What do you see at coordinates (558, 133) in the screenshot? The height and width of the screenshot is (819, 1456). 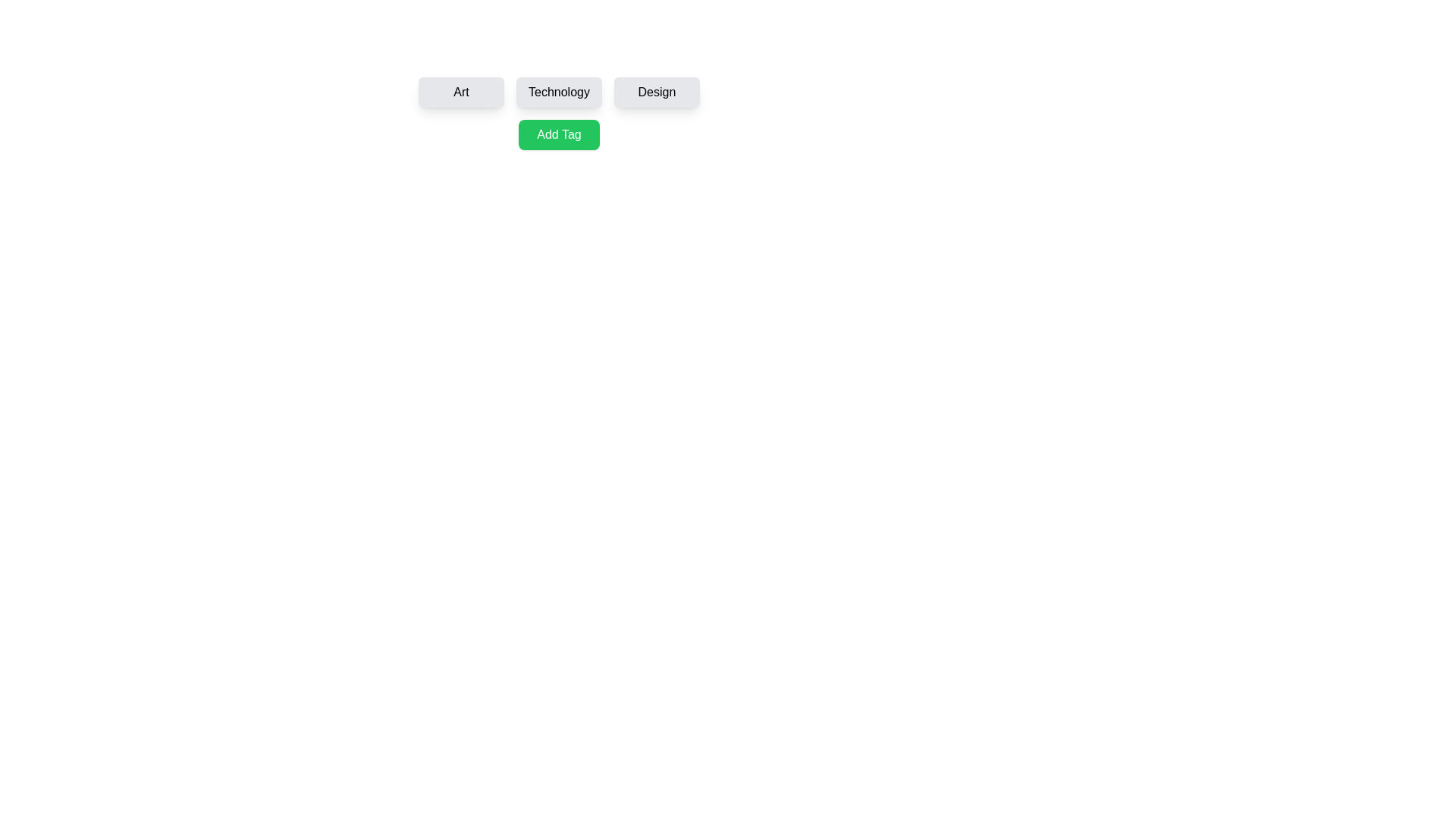 I see `the 'Add Tag' button to add a new tag` at bounding box center [558, 133].